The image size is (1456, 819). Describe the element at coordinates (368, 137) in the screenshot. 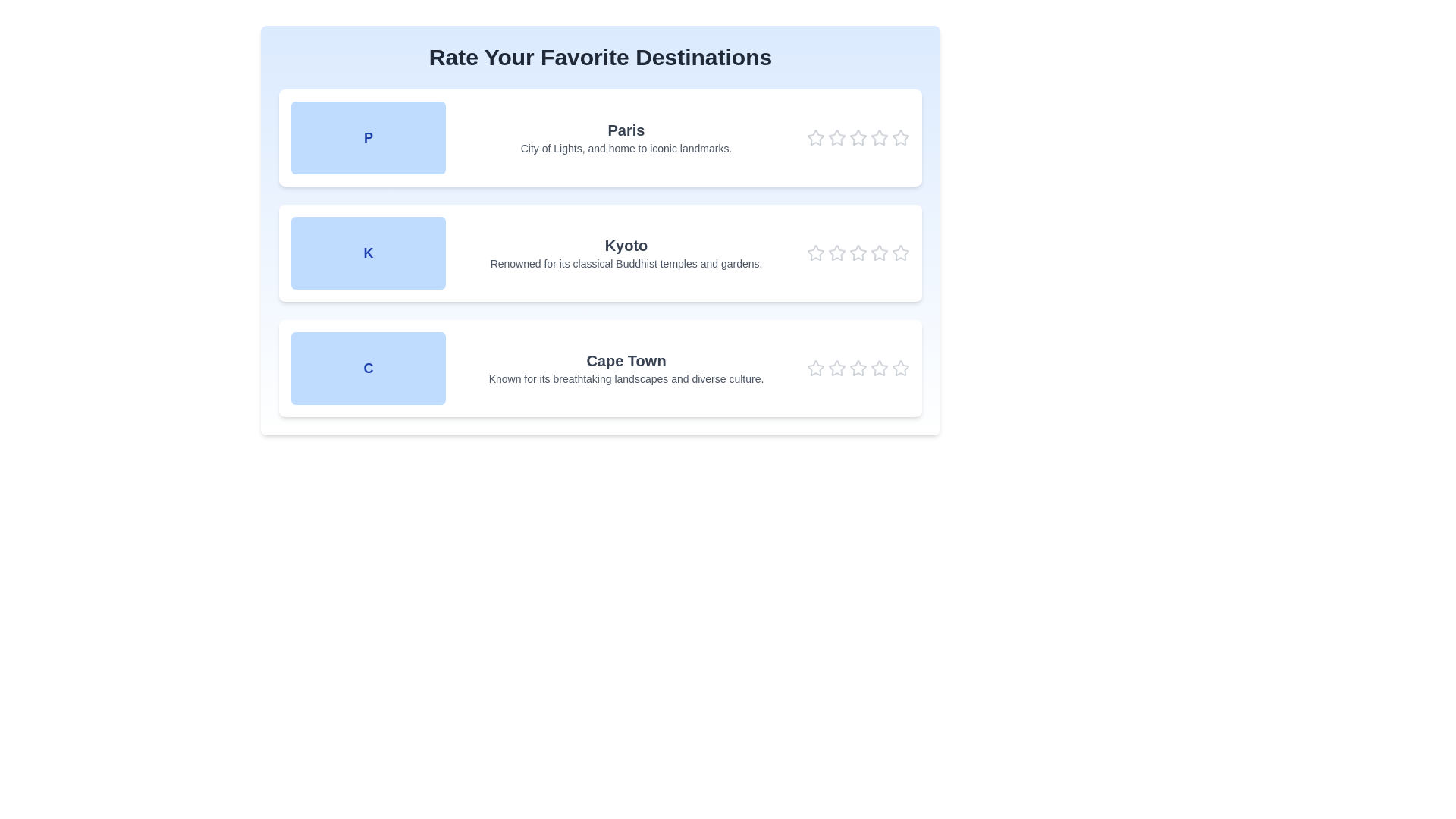

I see `the static visual element that symbolizes content related to 'Paris', located in the left section of the first row within the card layout` at that location.